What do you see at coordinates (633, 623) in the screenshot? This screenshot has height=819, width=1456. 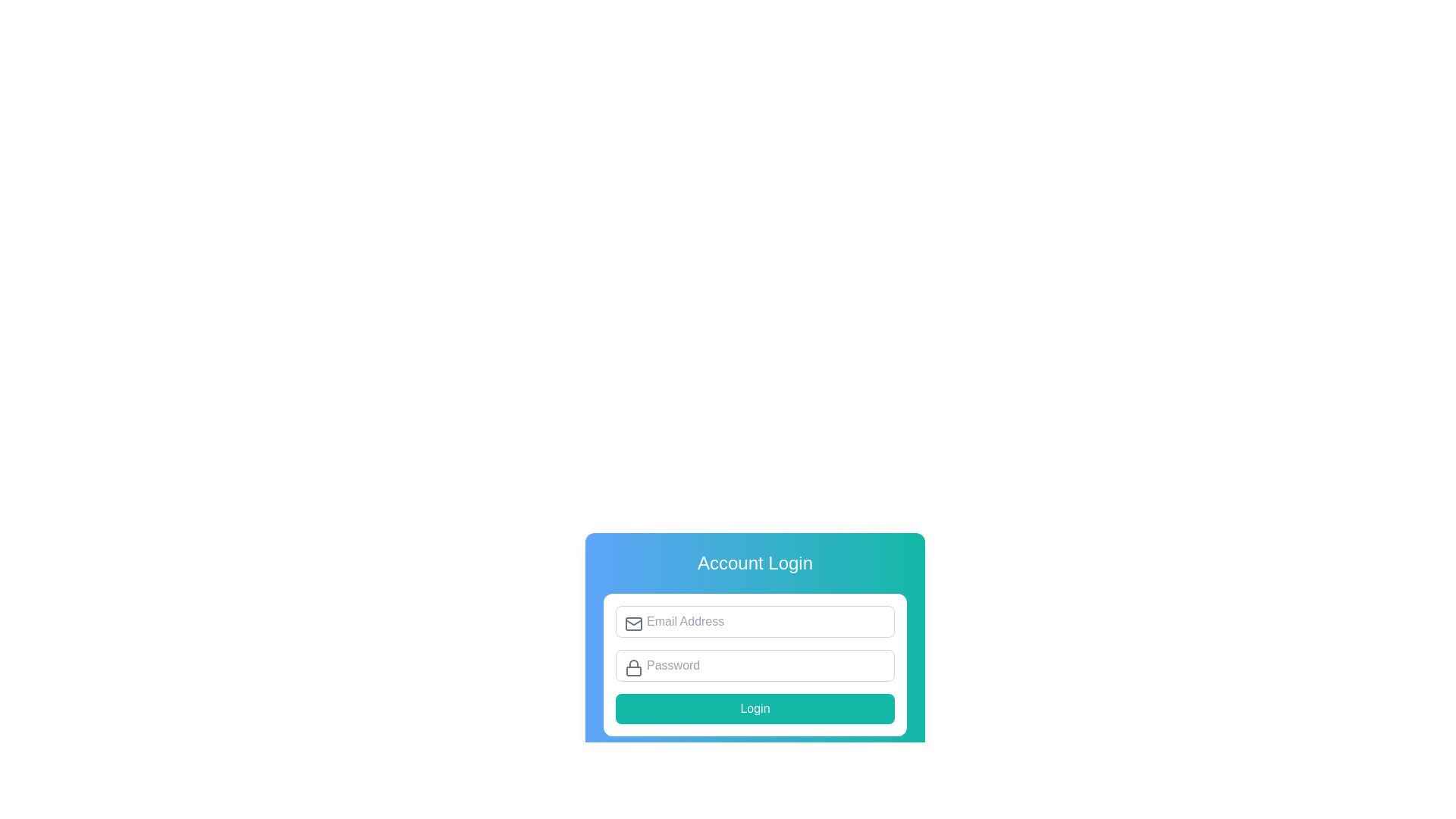 I see `the email icon located in the upper-left corner of the email input field, which visually indicates that the input is for an email address` at bounding box center [633, 623].